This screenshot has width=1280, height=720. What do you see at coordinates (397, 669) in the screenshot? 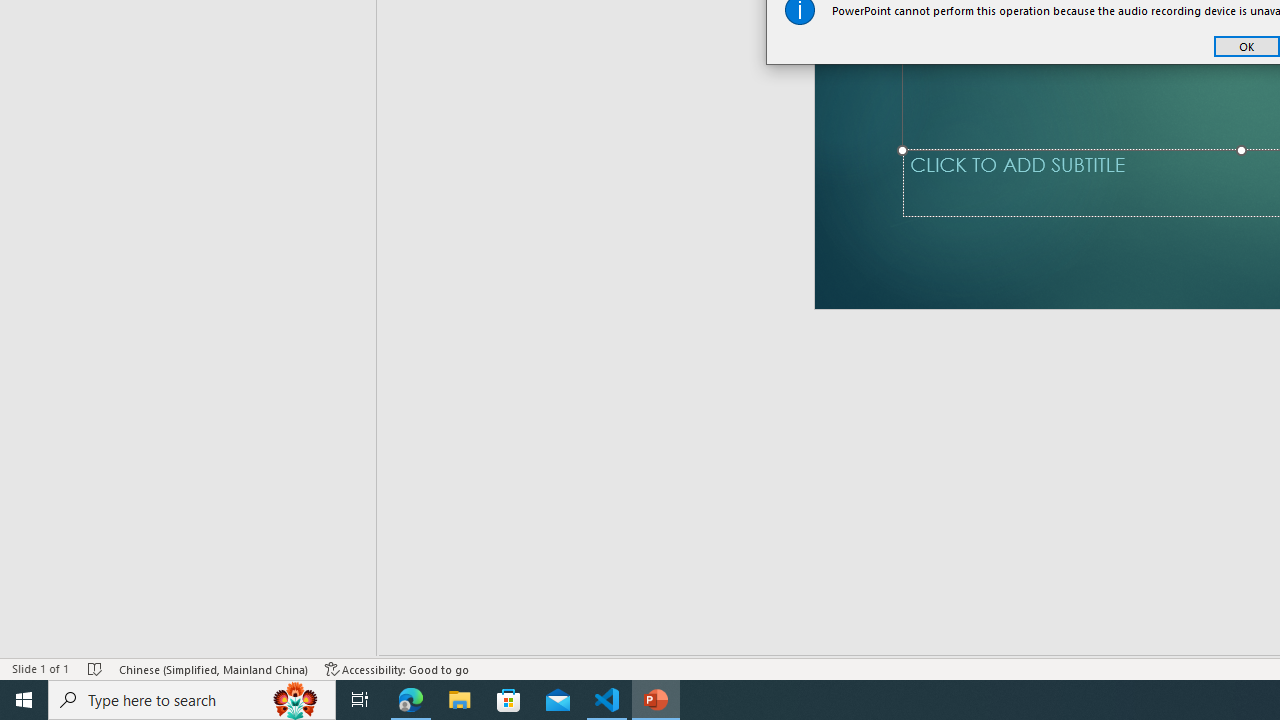
I see `'Accessibility Checker Accessibility: Good to go'` at bounding box center [397, 669].